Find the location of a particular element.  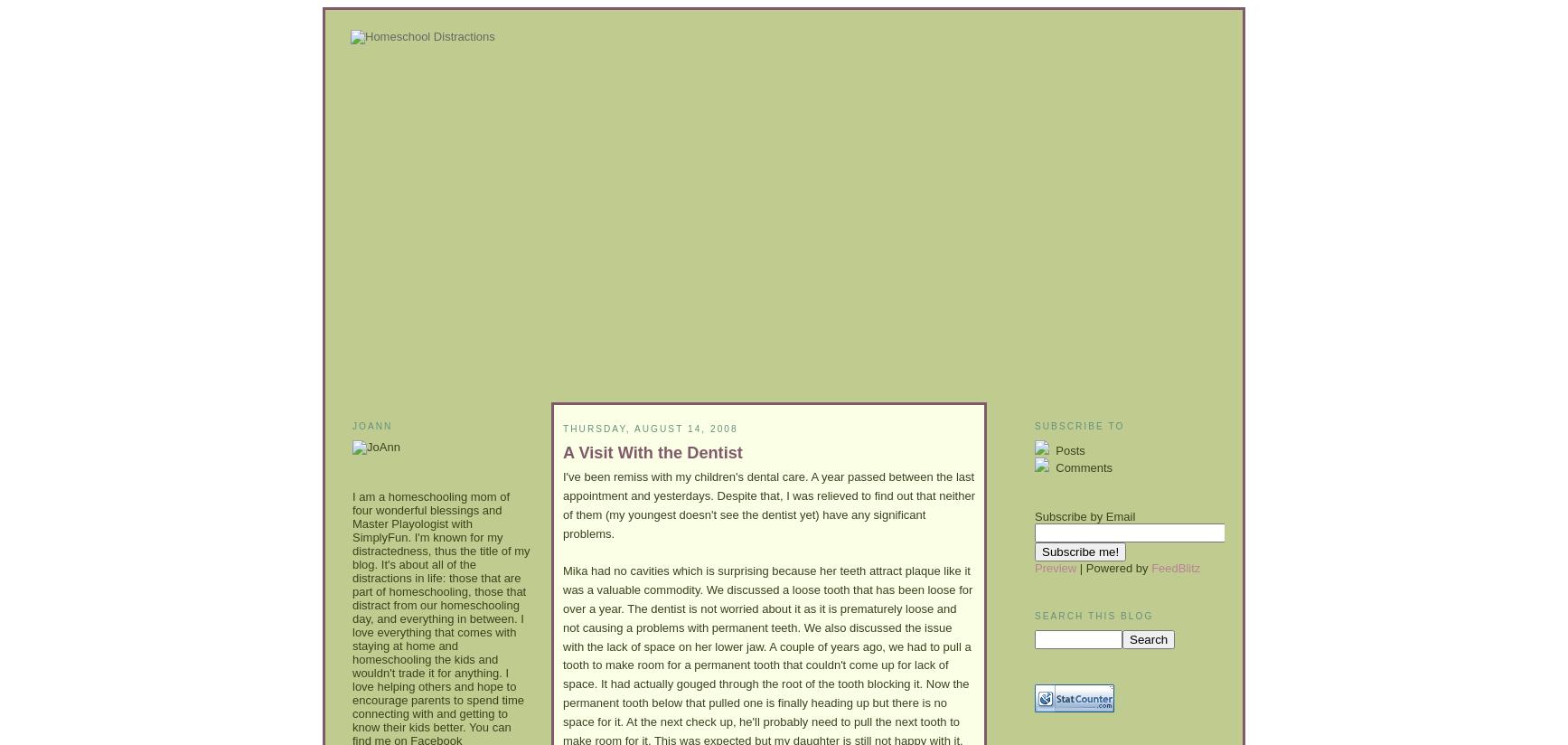

'FeedBlitz' is located at coordinates (1175, 566).